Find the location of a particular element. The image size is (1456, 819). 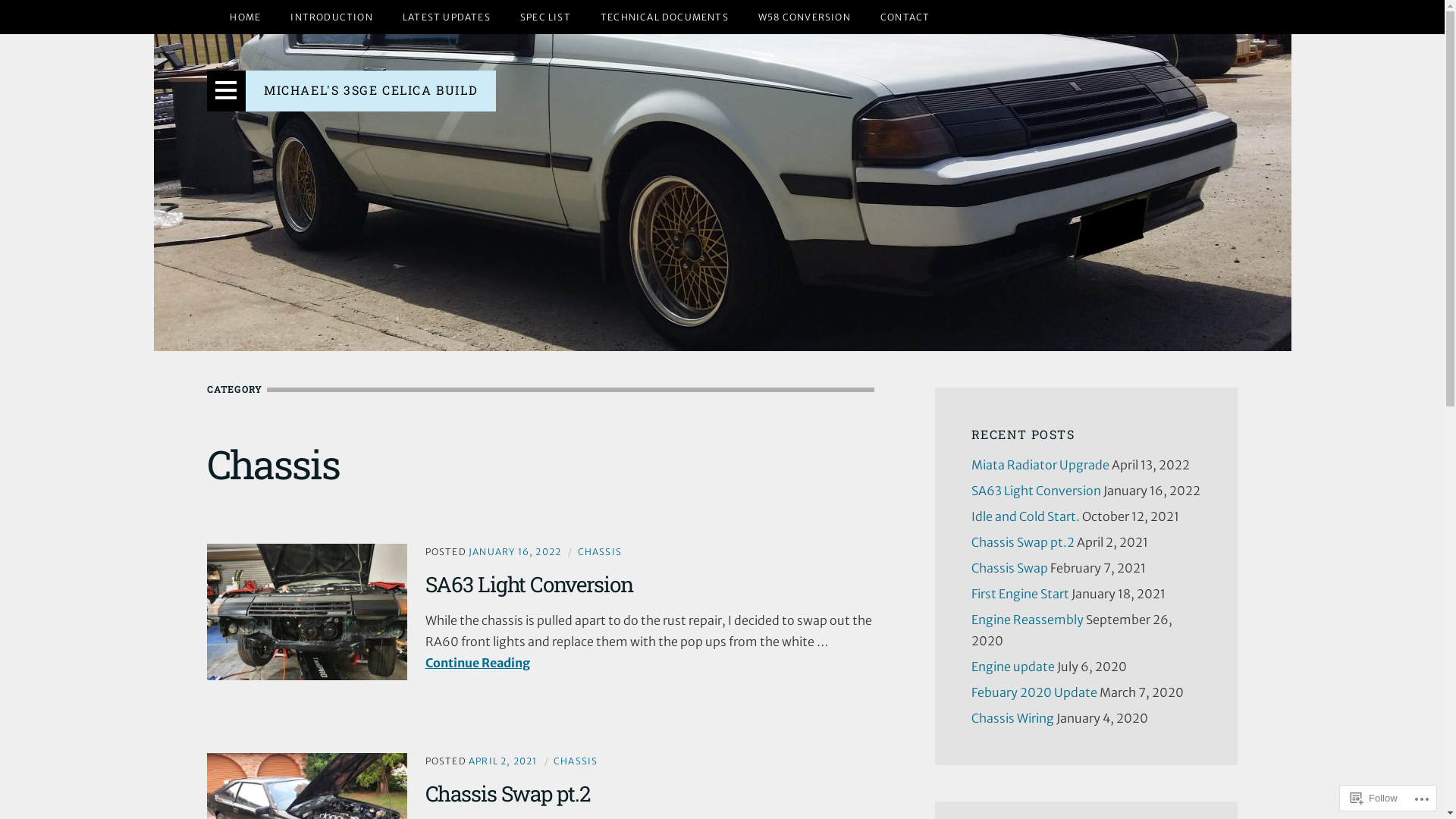

'Chassis Swap' is located at coordinates (971, 567).